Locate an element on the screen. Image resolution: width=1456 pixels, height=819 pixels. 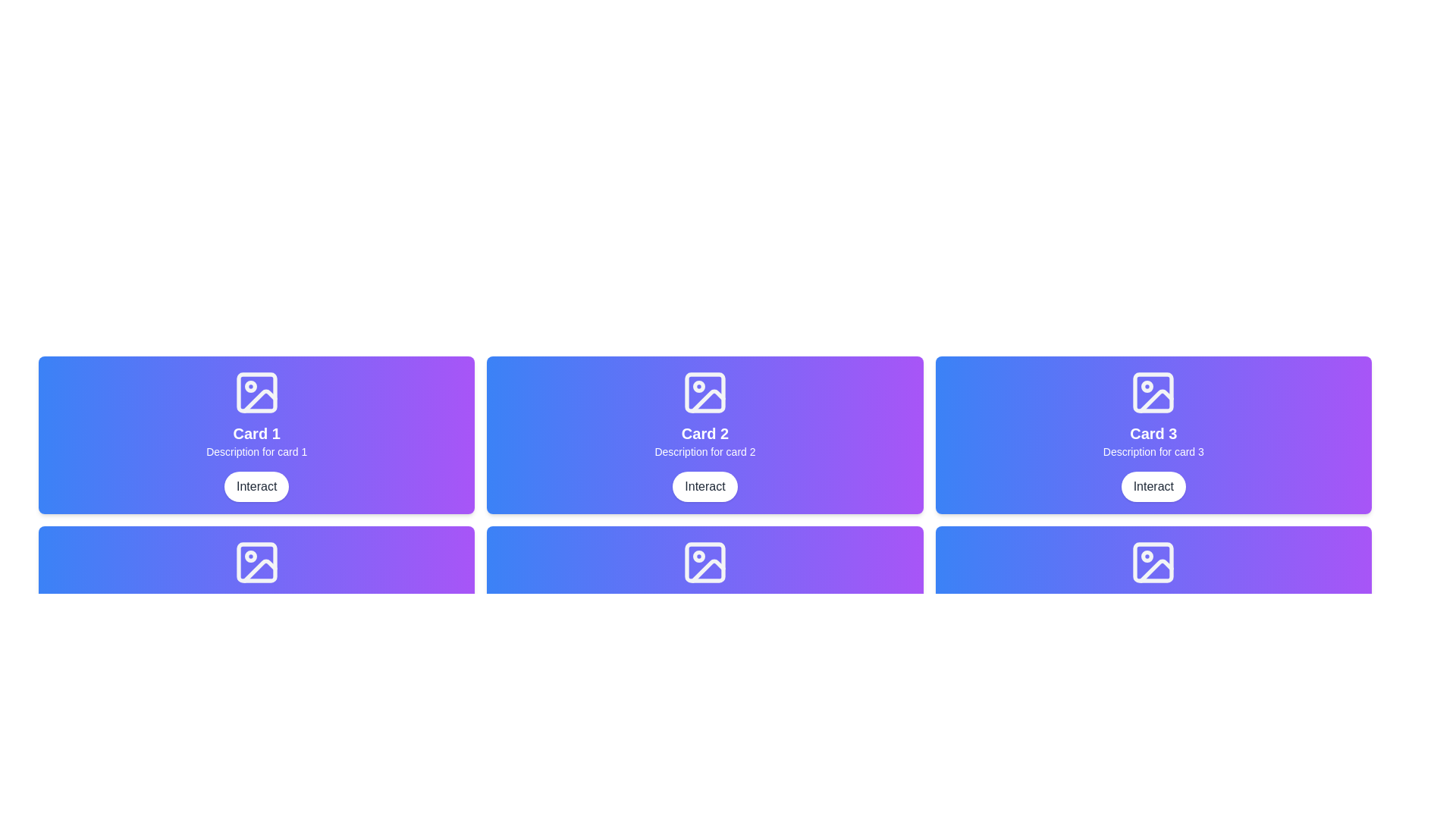
the graphical icon resembling a picture frame with a mountain and sun, which is centered within the rounded rectangular card labeled 'Card 5' is located at coordinates (704, 562).